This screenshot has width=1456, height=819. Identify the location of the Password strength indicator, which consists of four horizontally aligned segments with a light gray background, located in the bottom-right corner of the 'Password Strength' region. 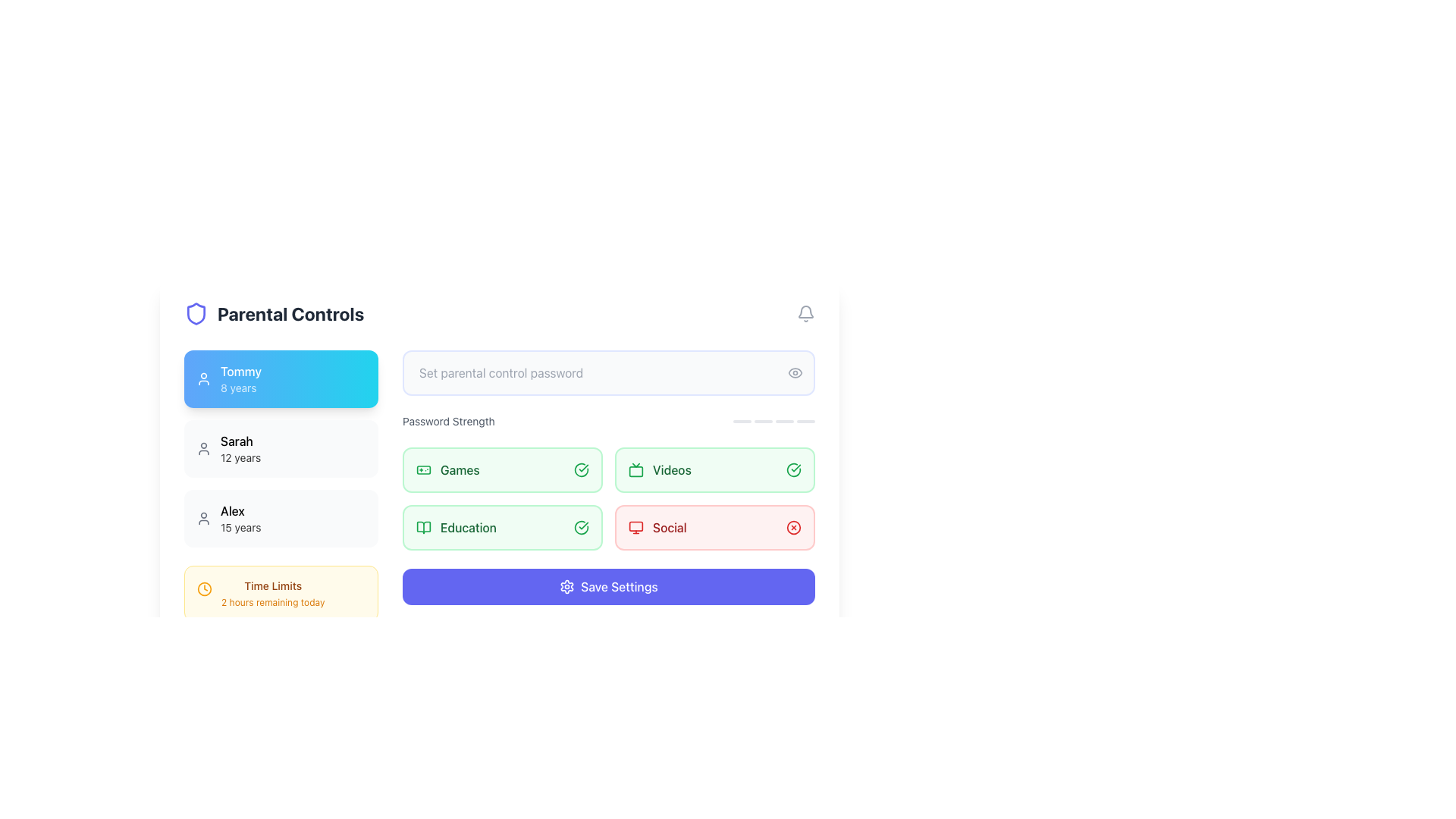
(774, 421).